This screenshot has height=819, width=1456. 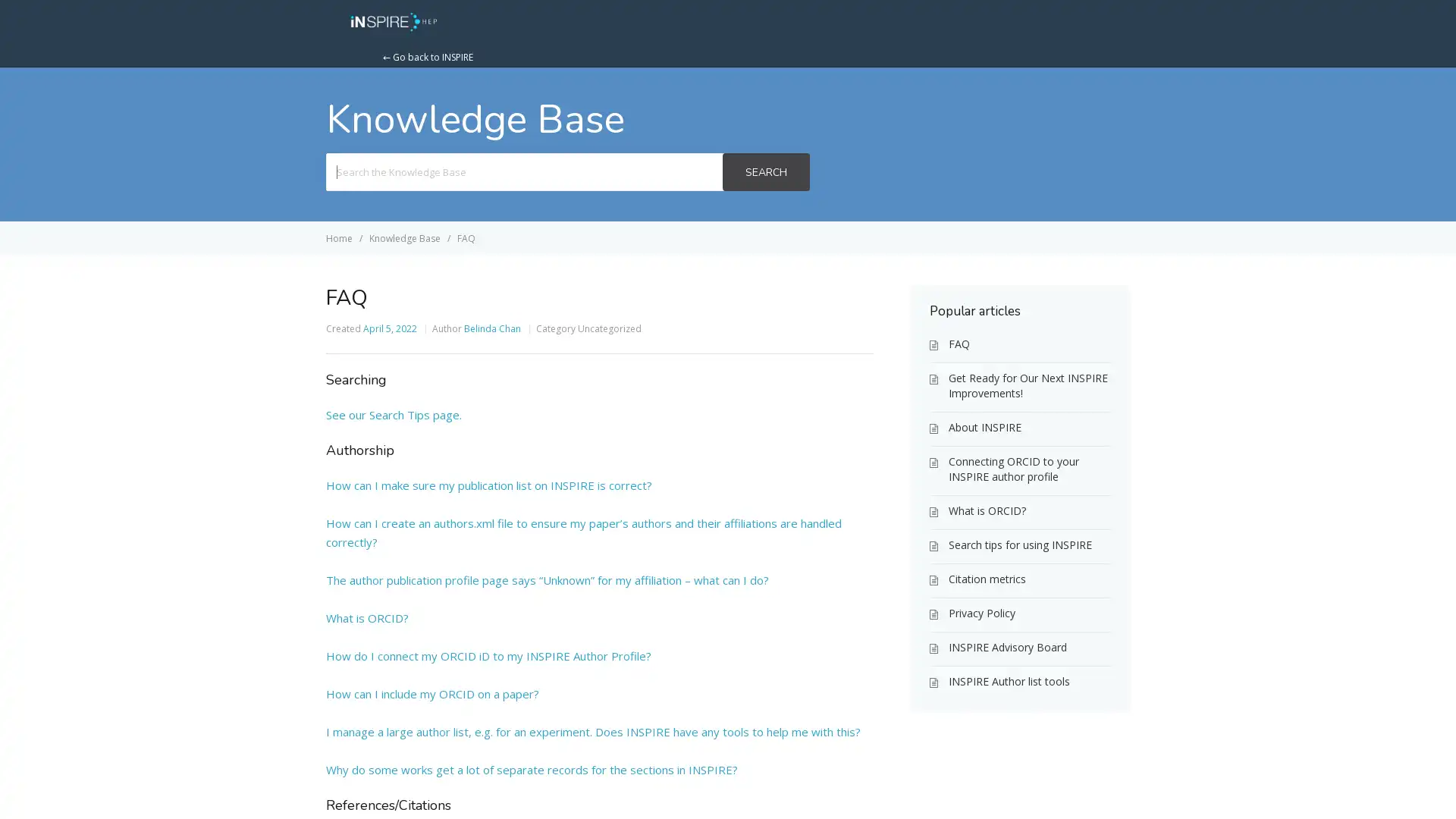 I want to click on SEARCH, so click(x=765, y=171).